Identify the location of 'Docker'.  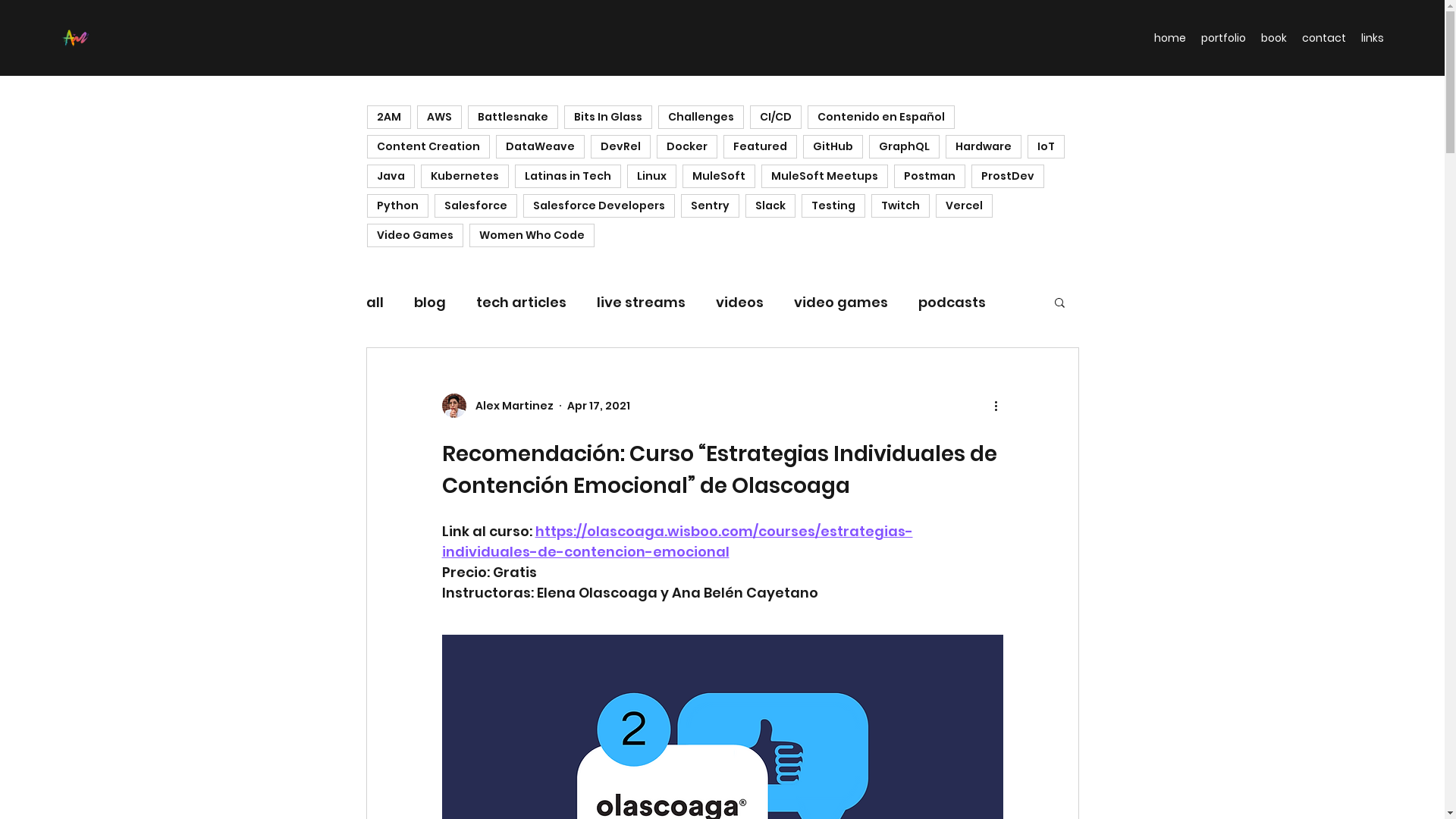
(656, 146).